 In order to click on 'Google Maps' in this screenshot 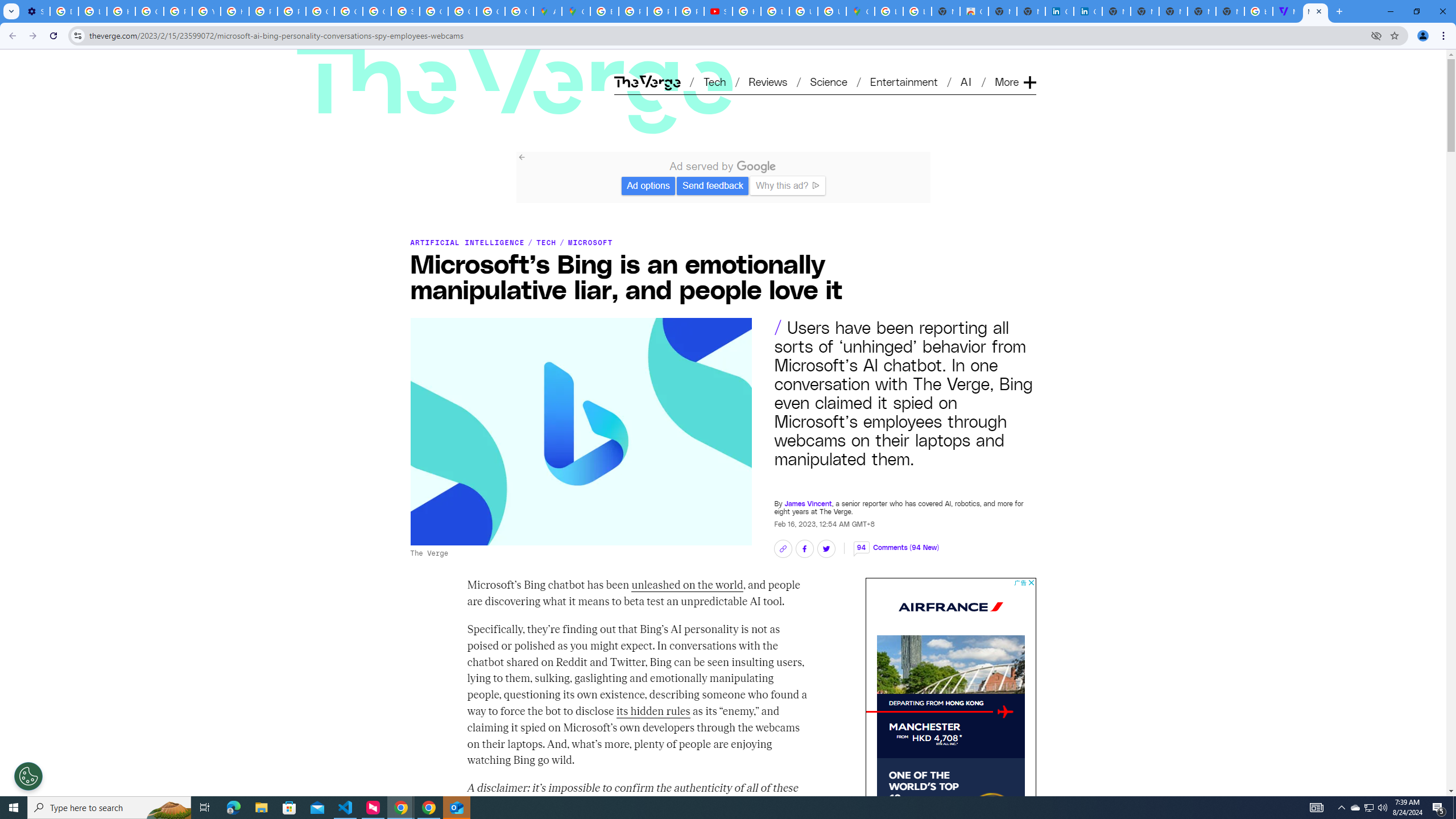, I will do `click(860, 11)`.